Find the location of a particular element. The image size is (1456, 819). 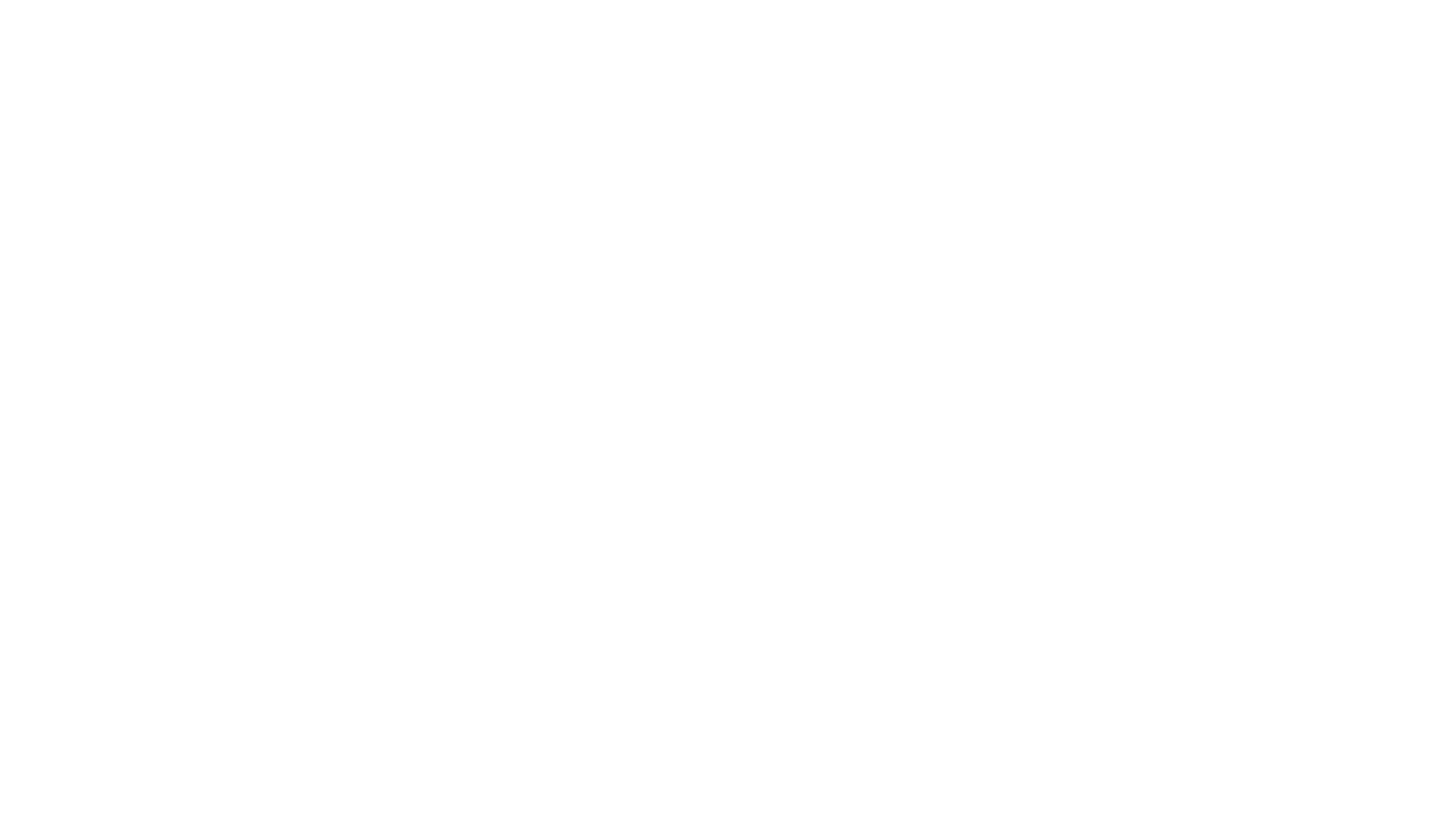

'Categories' is located at coordinates (40, 99).